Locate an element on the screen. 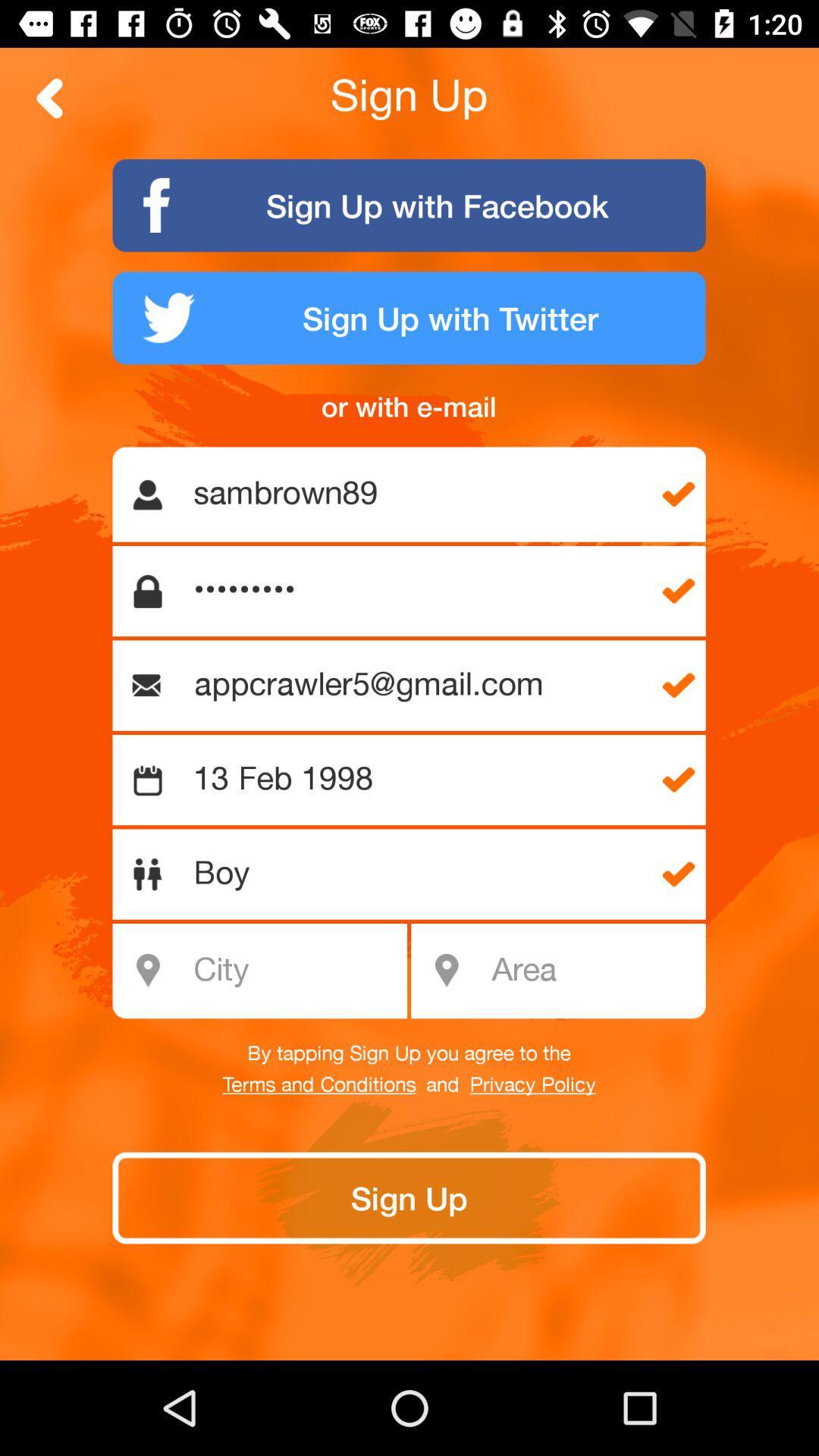 This screenshot has height=1456, width=819. the crowd3116 icon is located at coordinates (417, 590).